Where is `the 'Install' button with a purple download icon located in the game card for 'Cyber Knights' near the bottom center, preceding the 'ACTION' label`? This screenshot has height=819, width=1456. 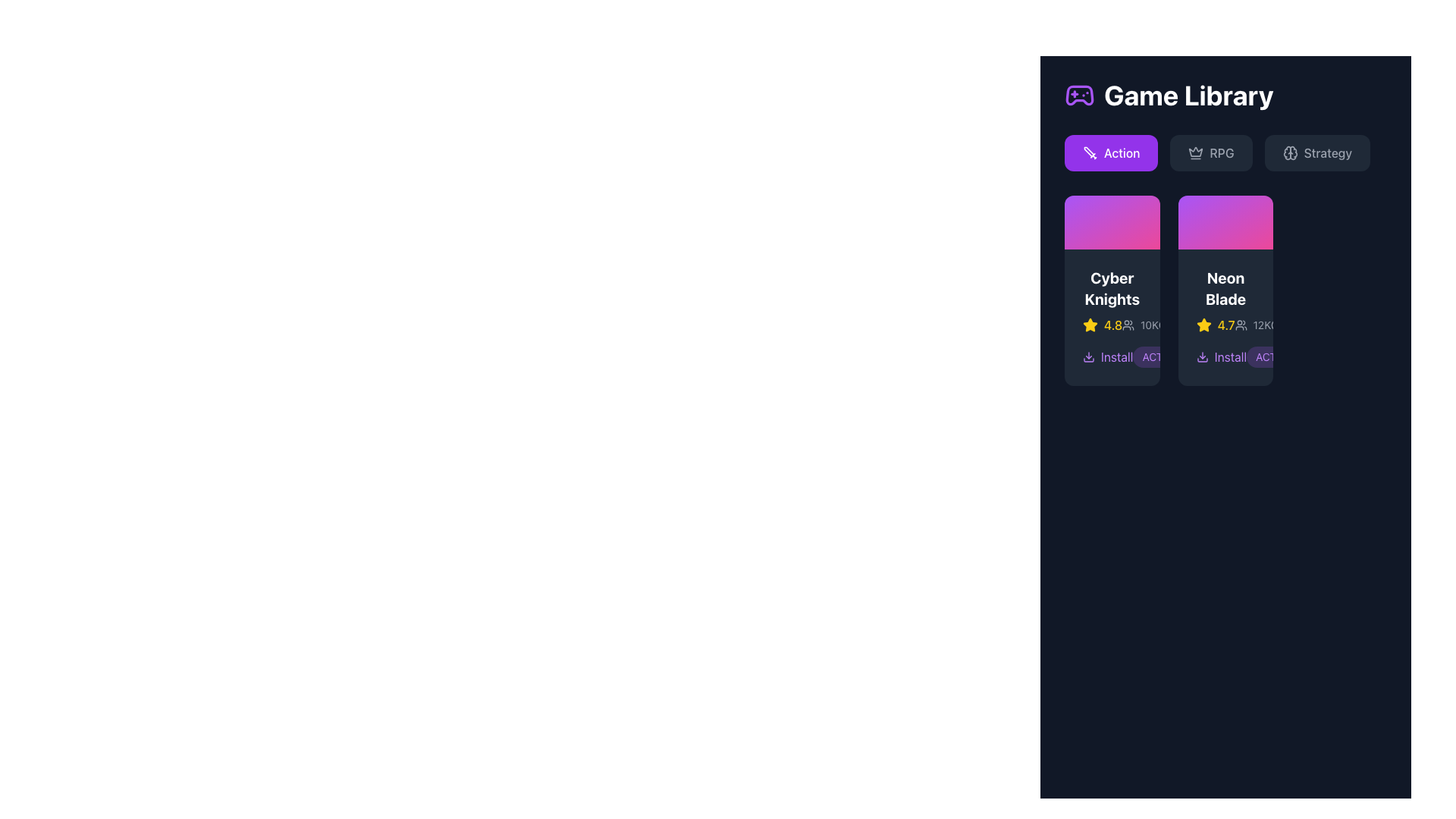
the 'Install' button with a purple download icon located in the game card for 'Cyber Knights' near the bottom center, preceding the 'ACTION' label is located at coordinates (1112, 356).